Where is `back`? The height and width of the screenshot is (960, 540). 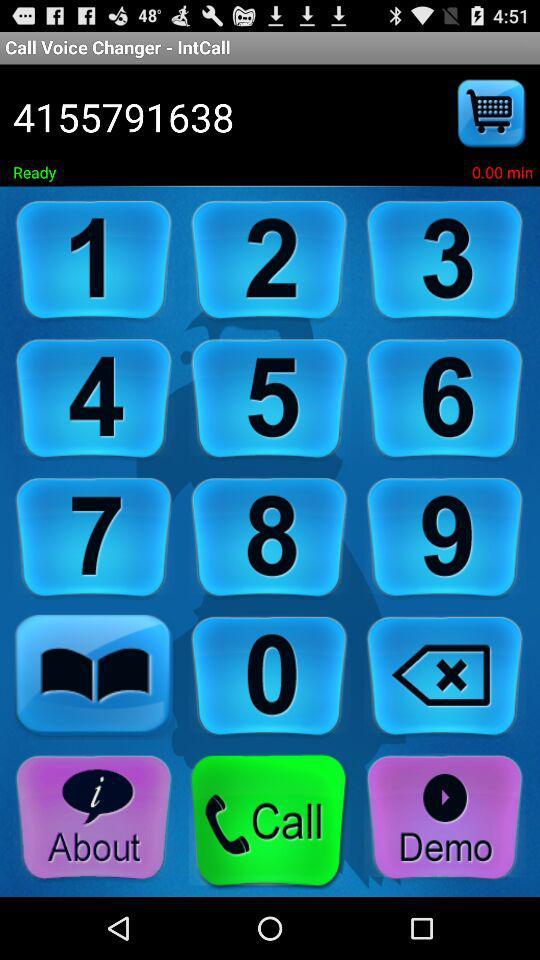
back is located at coordinates (445, 677).